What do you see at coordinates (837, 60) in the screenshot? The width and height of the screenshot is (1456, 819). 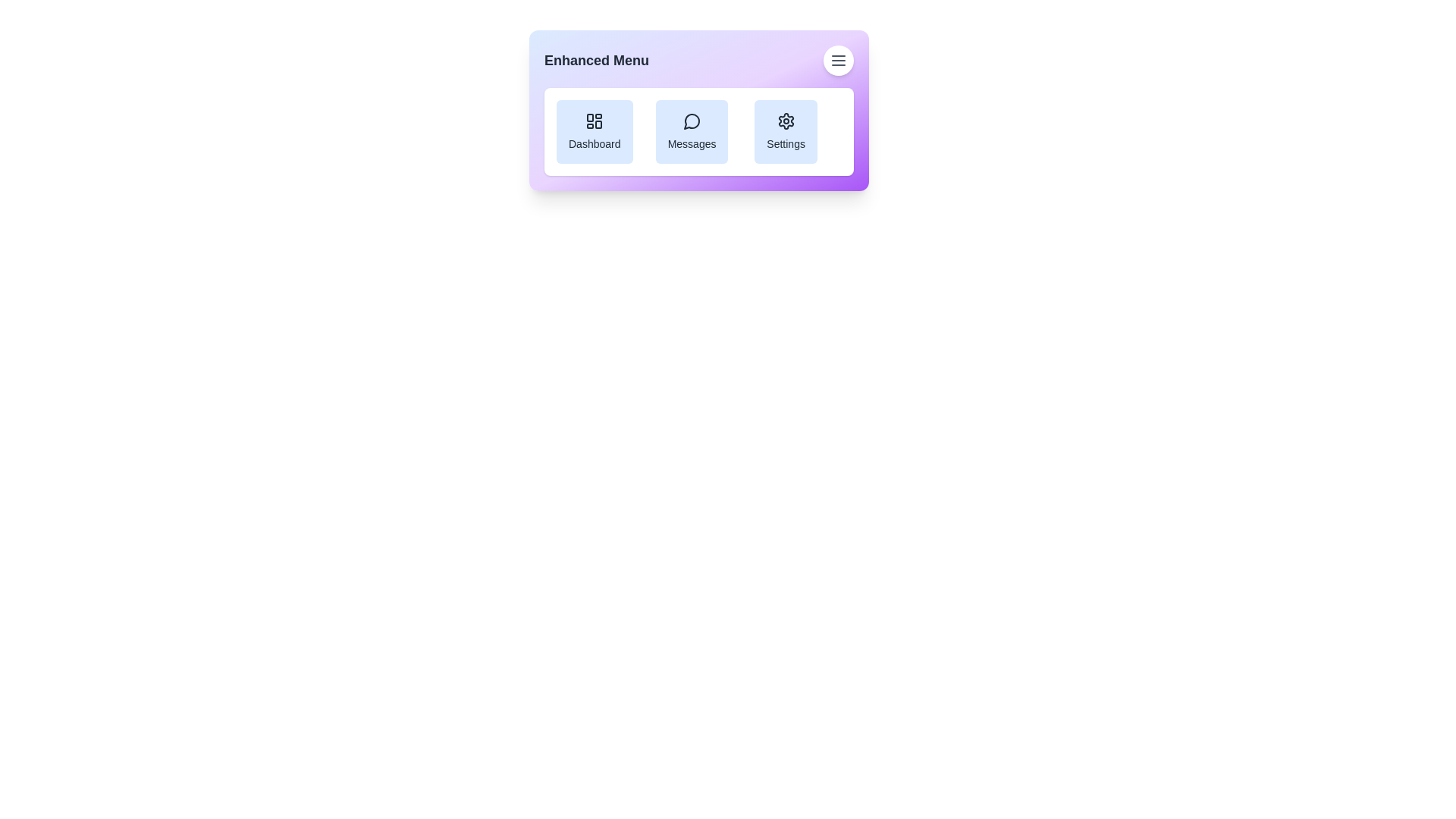 I see `the menu button to toggle the menu visibility` at bounding box center [837, 60].